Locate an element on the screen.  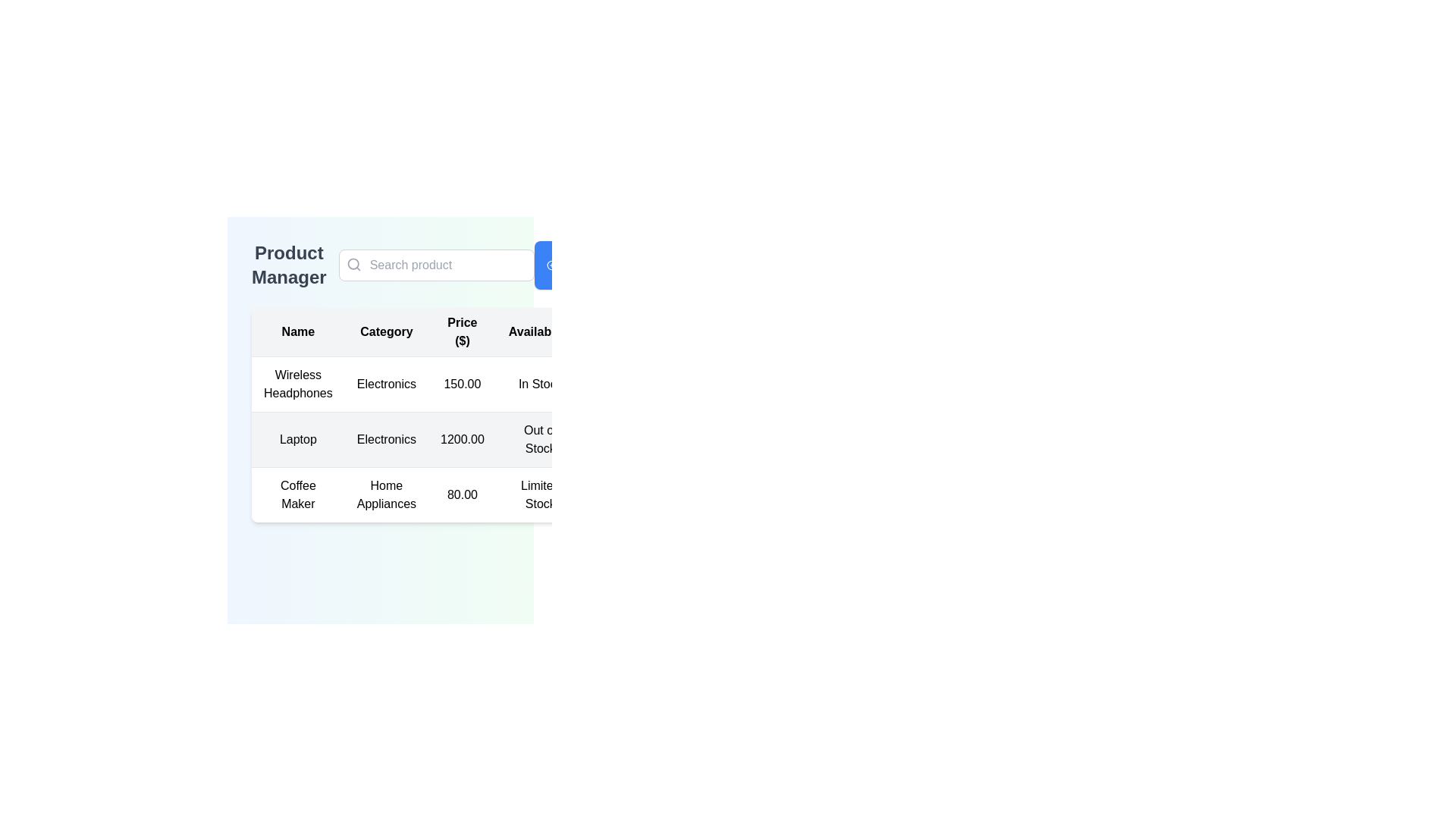
the search icon (magnifying glass) located inside the text input field with the placeholder 'Search product' in the top section of the interface is located at coordinates (353, 263).